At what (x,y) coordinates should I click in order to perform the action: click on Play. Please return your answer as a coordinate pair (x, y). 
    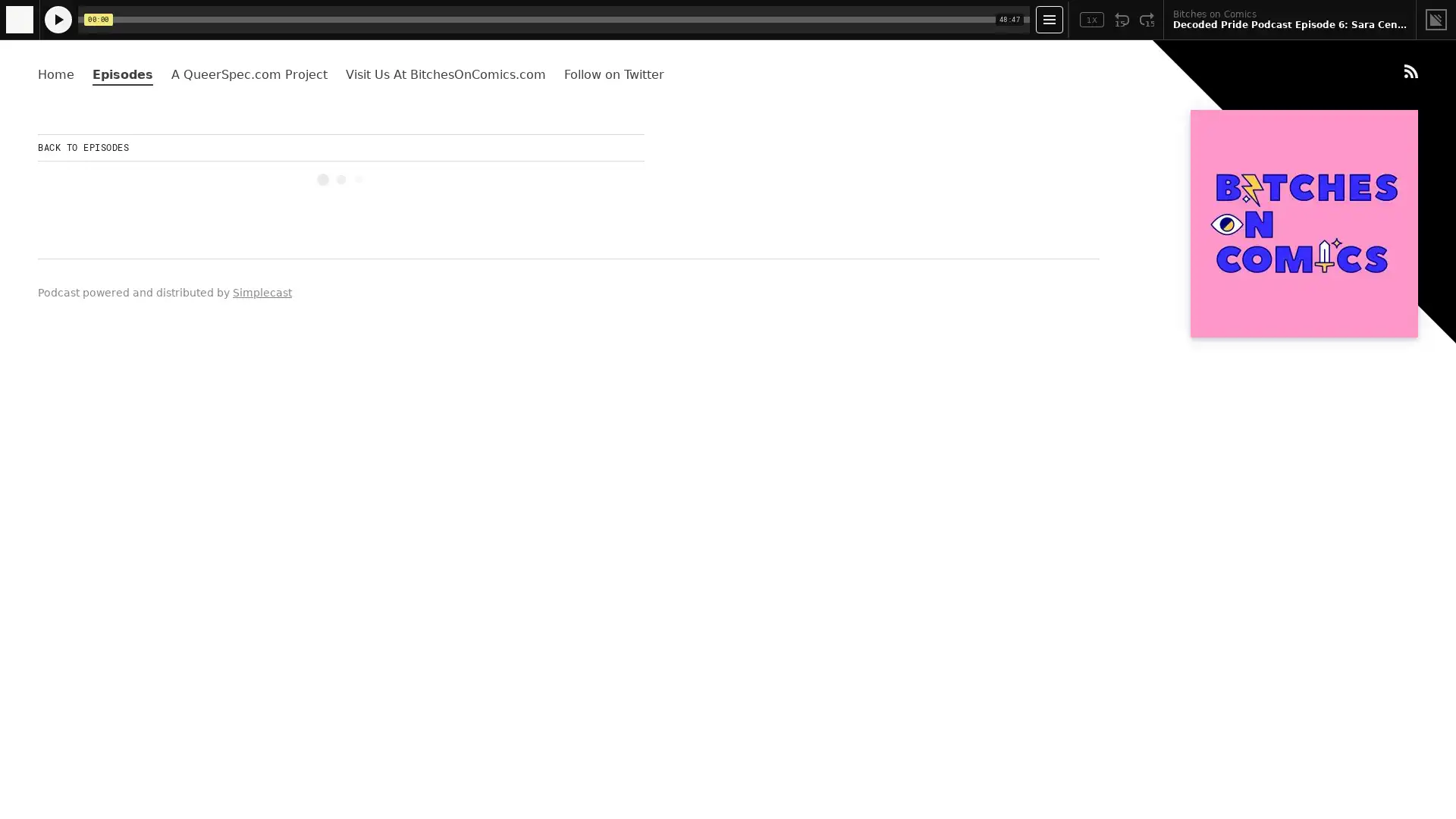
    Looking at the image, I should click on (193, 203).